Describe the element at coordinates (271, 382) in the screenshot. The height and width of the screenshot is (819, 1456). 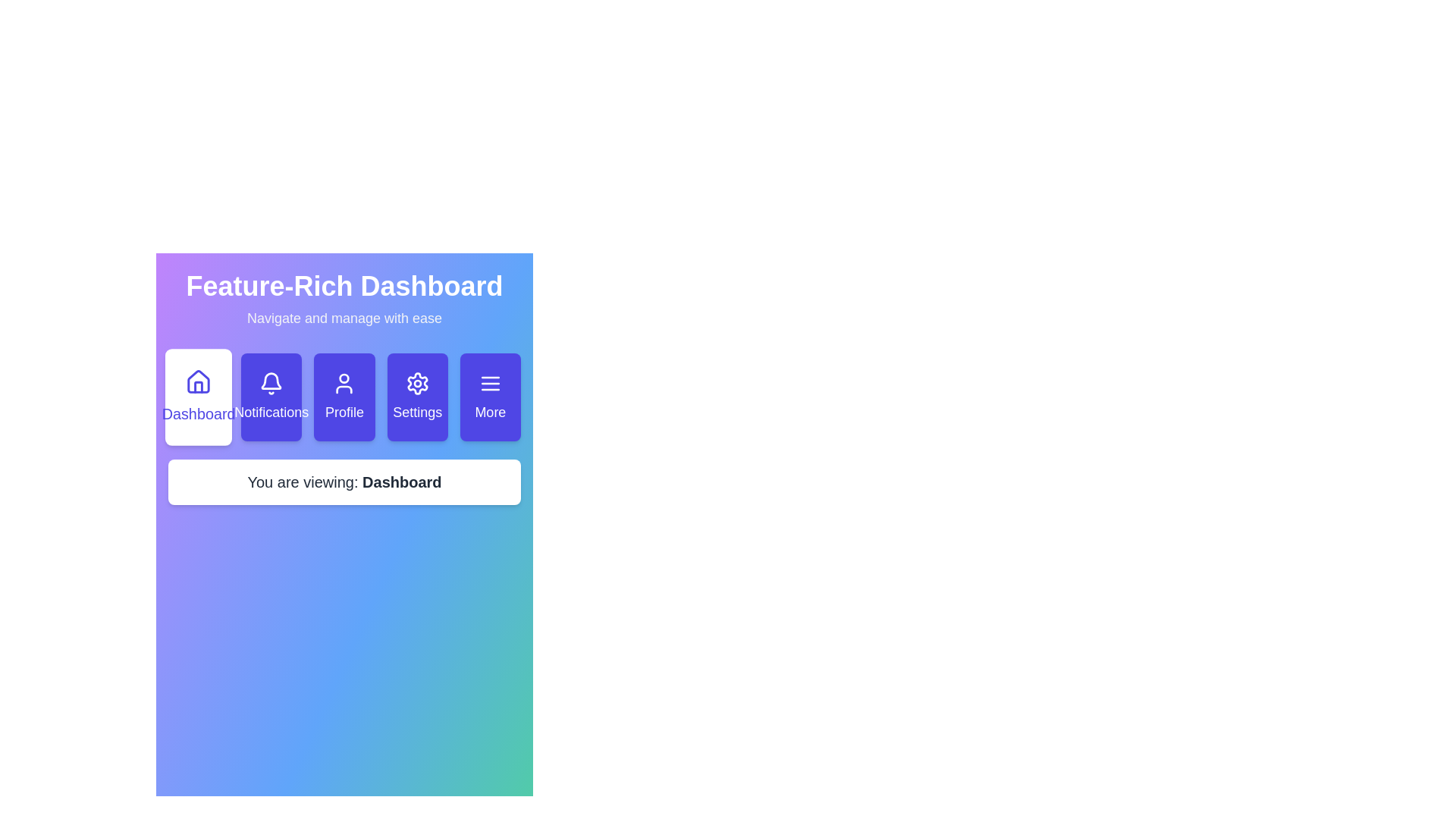
I see `the notifications button, which is the second button in the navigation row` at that location.